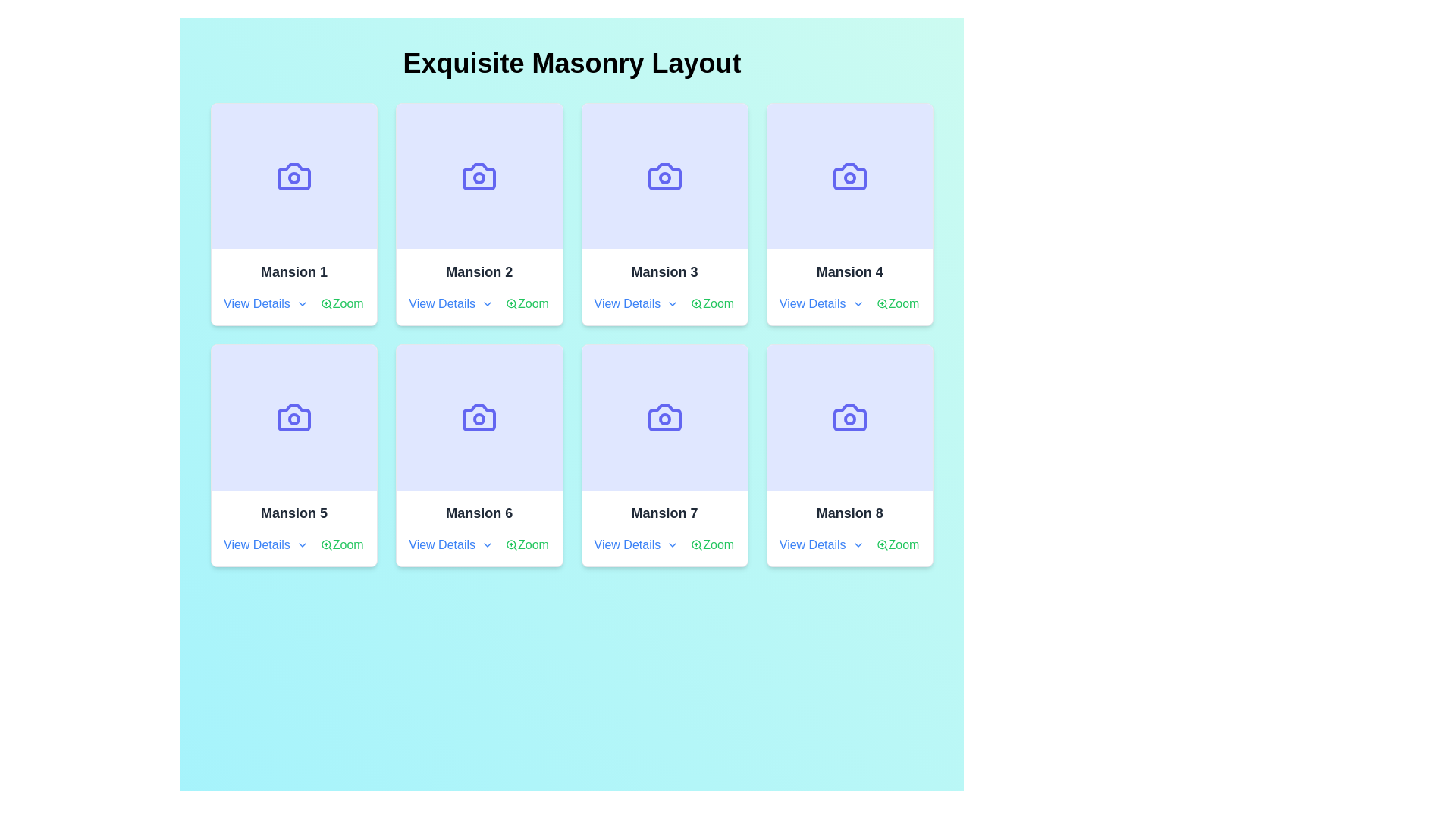  What do you see at coordinates (294, 418) in the screenshot?
I see `the decorative icon representing photography-related content in the 'Mansion 5' card, located in the lower-left content section of the grid layout` at bounding box center [294, 418].